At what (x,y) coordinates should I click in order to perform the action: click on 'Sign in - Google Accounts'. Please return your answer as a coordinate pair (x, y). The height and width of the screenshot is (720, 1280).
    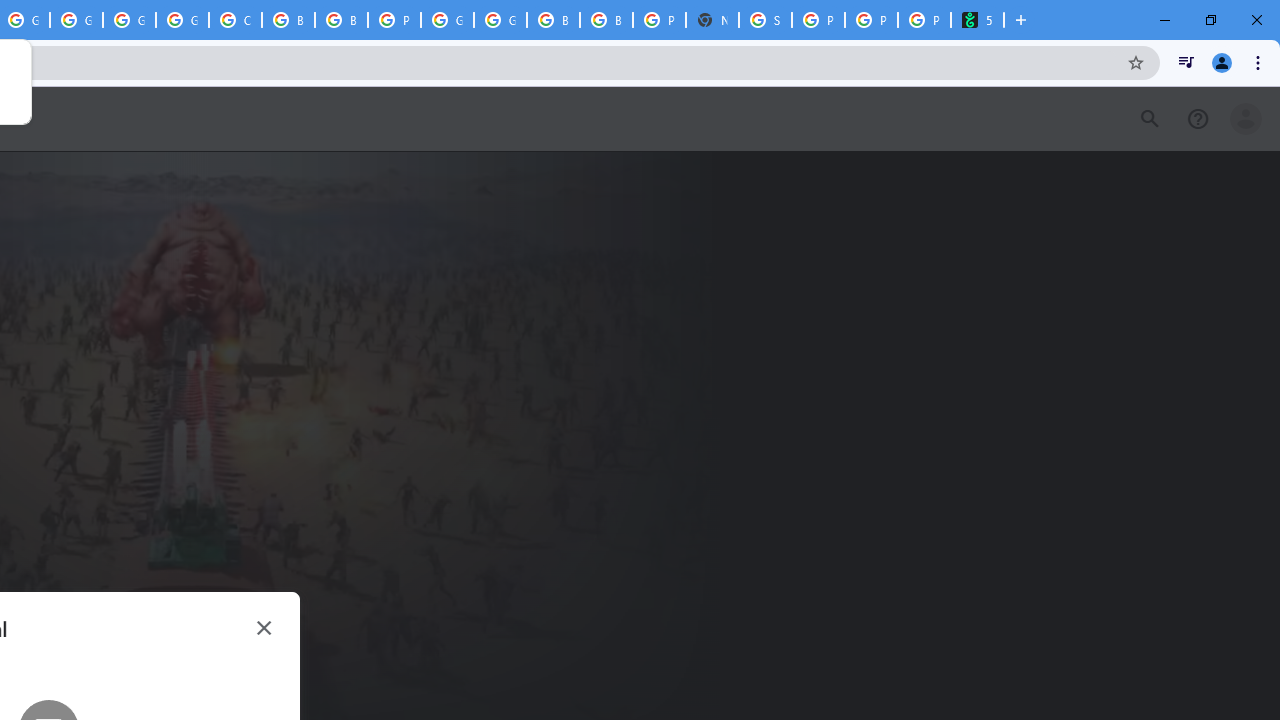
    Looking at the image, I should click on (764, 20).